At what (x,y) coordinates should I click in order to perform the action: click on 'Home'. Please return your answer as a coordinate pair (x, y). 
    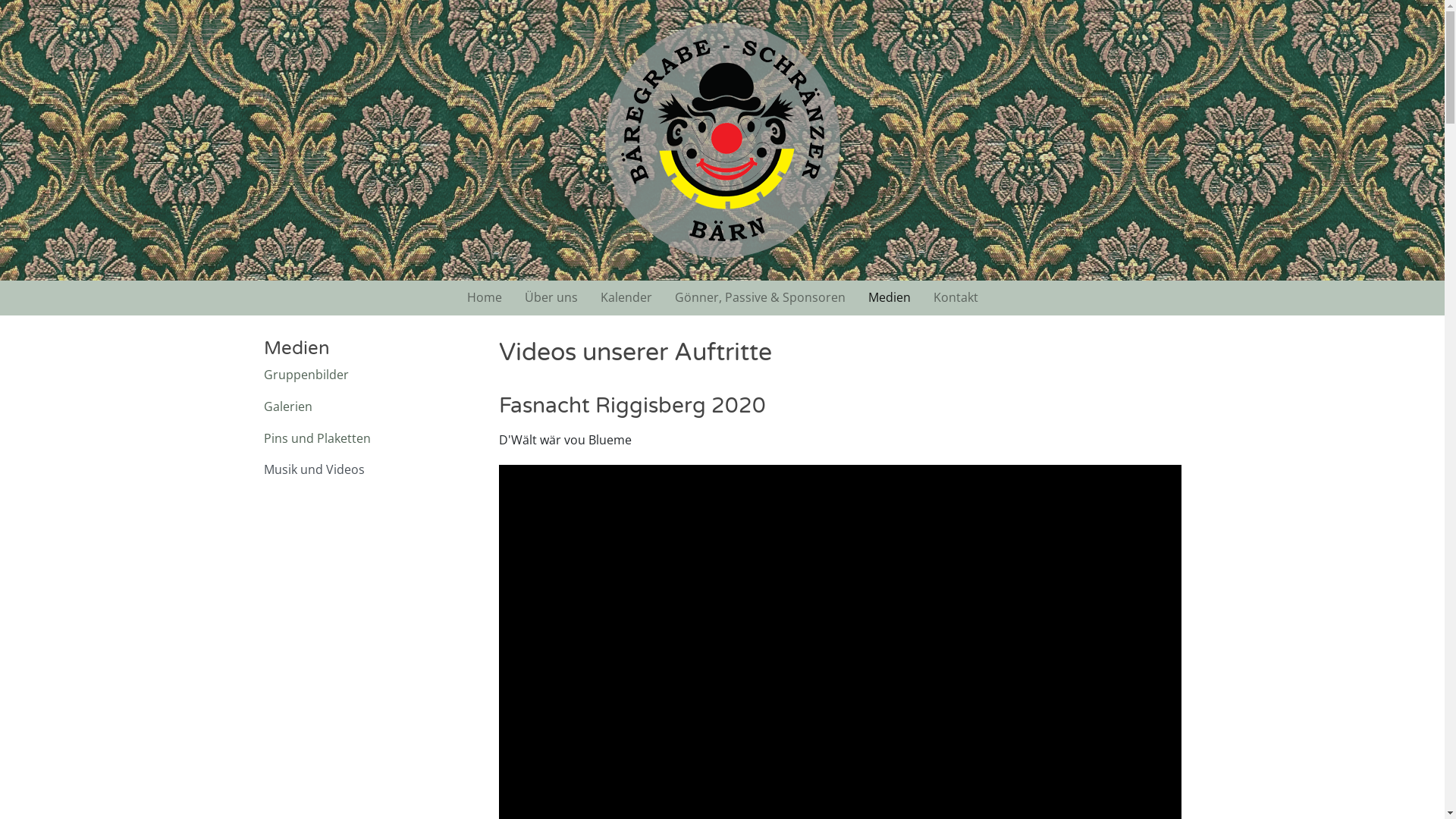
    Looking at the image, I should click on (454, 298).